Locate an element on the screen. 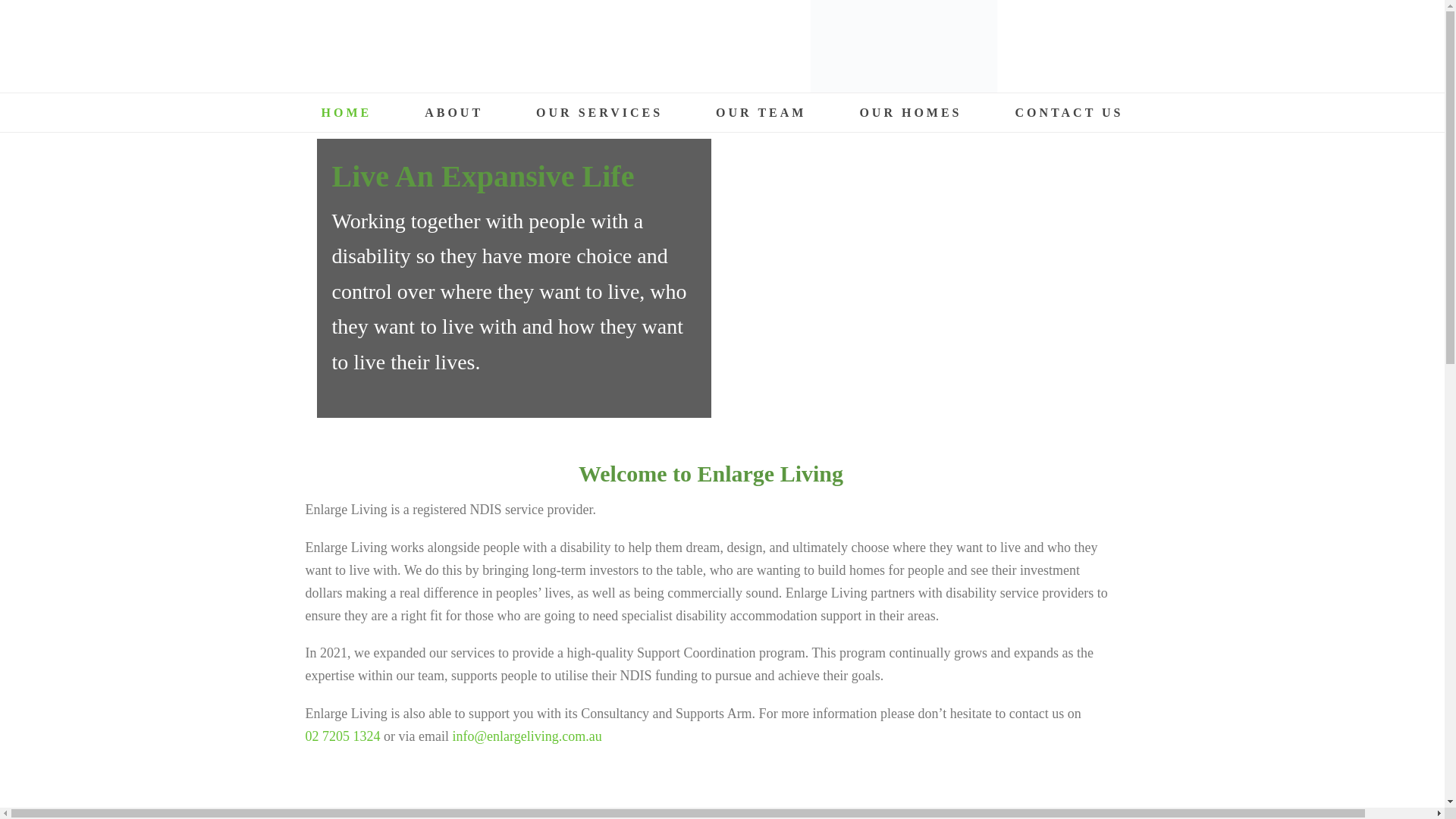  '02 7205 1324' is located at coordinates (341, 736).